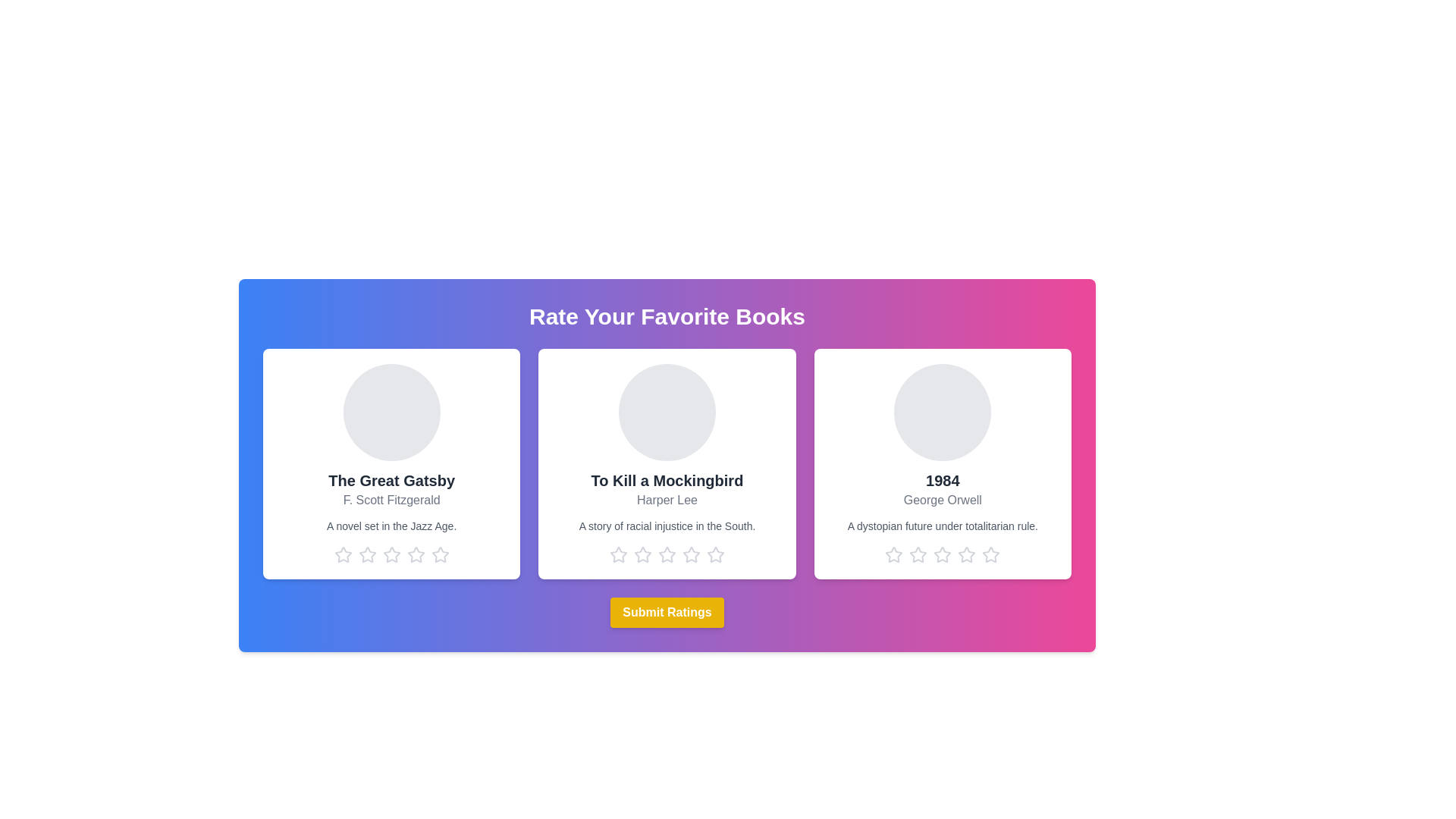 The image size is (1456, 819). What do you see at coordinates (643, 555) in the screenshot?
I see `the star corresponding to 2 stars for the book titled To Kill a Mockingbird` at bounding box center [643, 555].